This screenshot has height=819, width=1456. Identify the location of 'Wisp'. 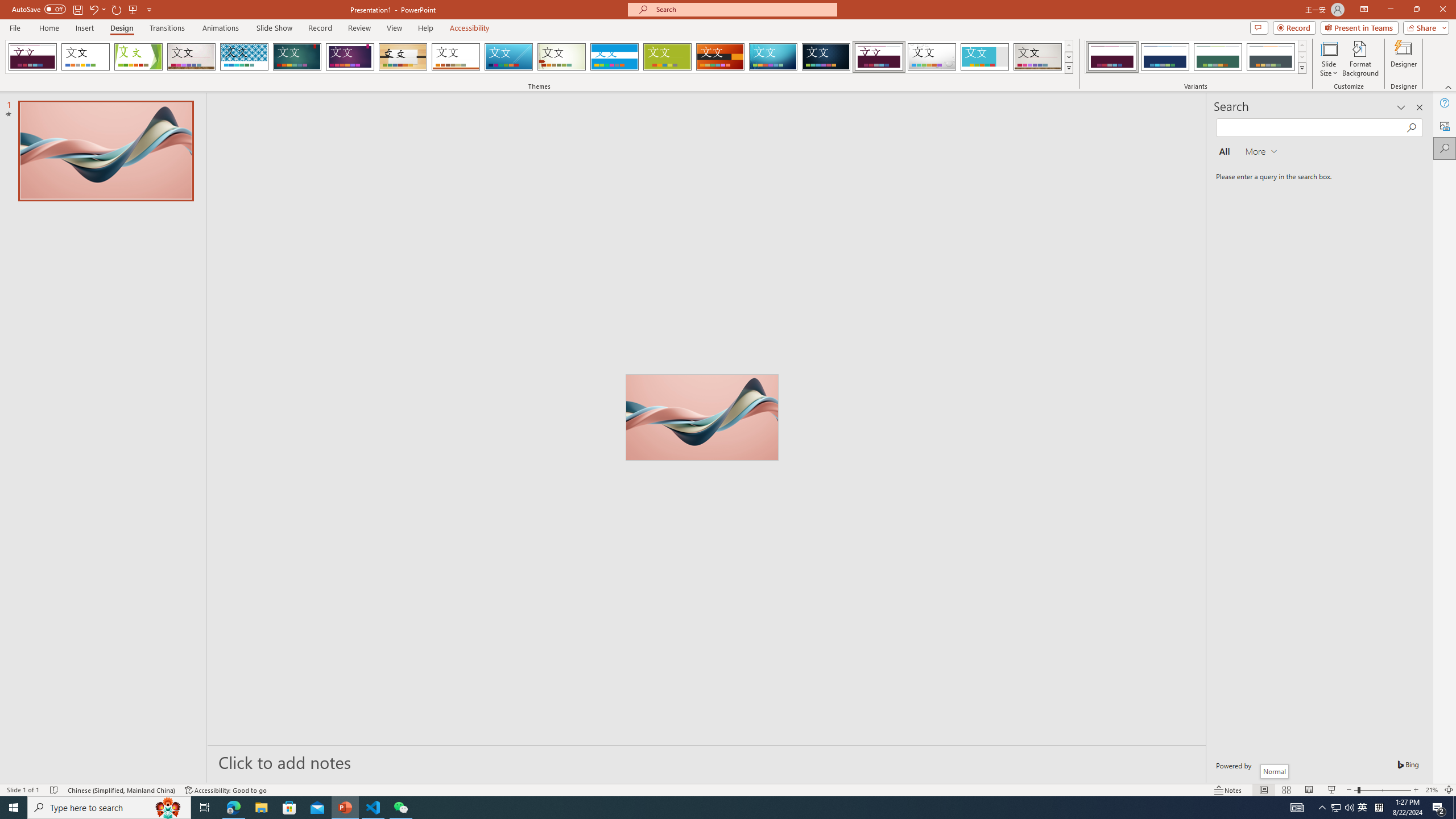
(561, 56).